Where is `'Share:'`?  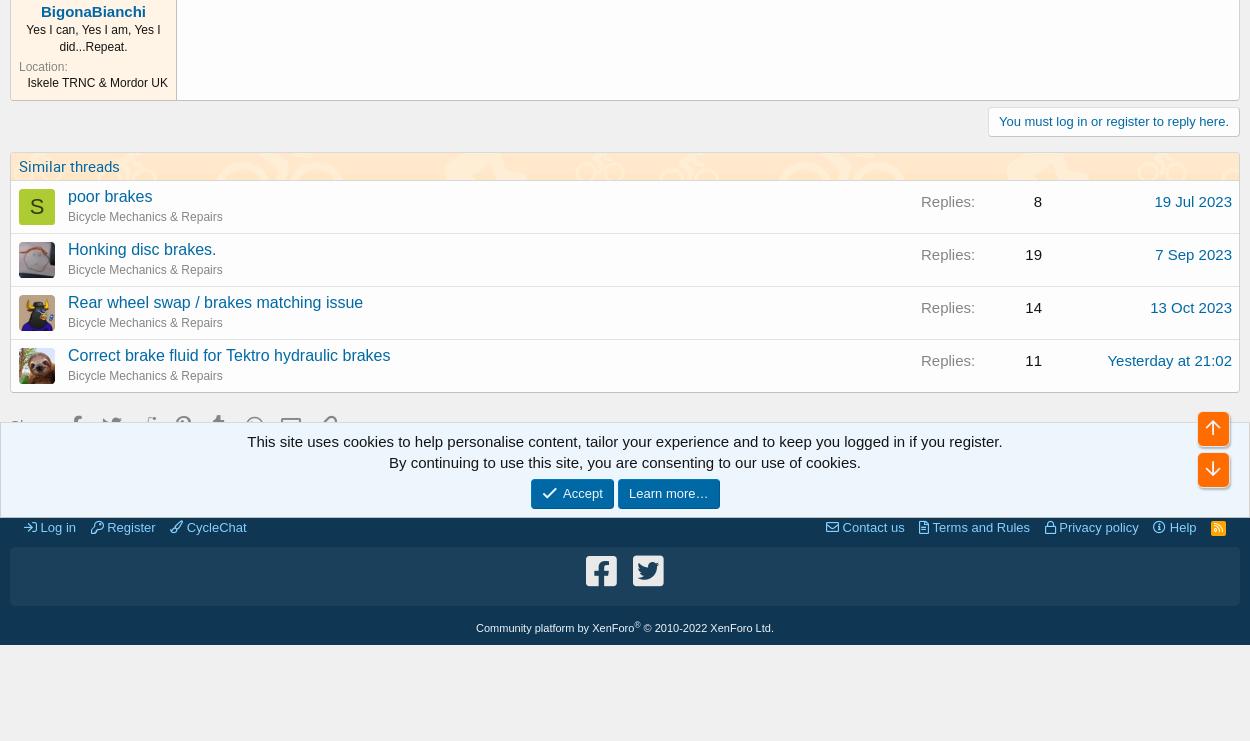 'Share:' is located at coordinates (32, 424).